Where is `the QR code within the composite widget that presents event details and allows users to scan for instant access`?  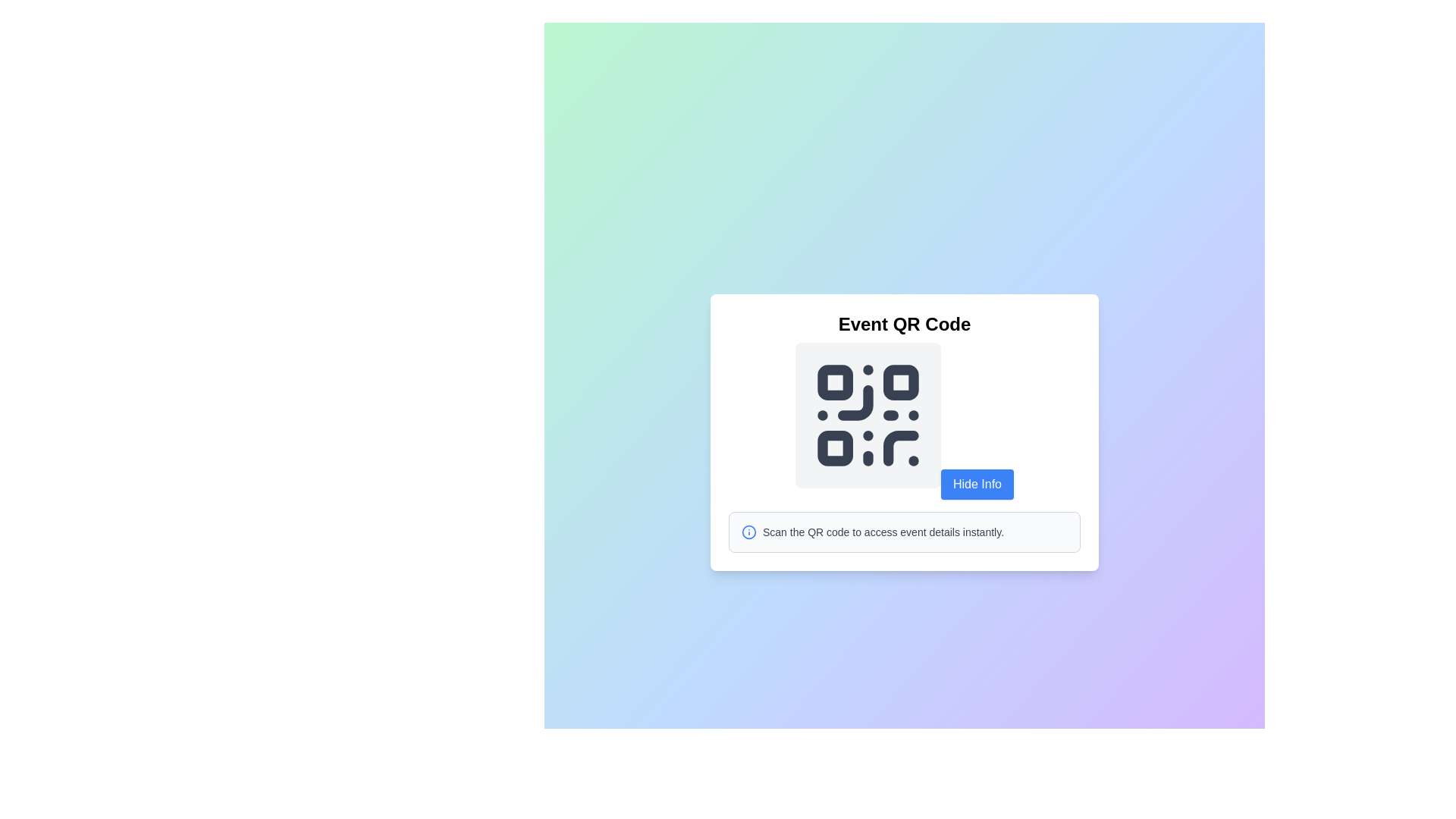 the QR code within the composite widget that presents event details and allows users to scan for instant access is located at coordinates (905, 432).